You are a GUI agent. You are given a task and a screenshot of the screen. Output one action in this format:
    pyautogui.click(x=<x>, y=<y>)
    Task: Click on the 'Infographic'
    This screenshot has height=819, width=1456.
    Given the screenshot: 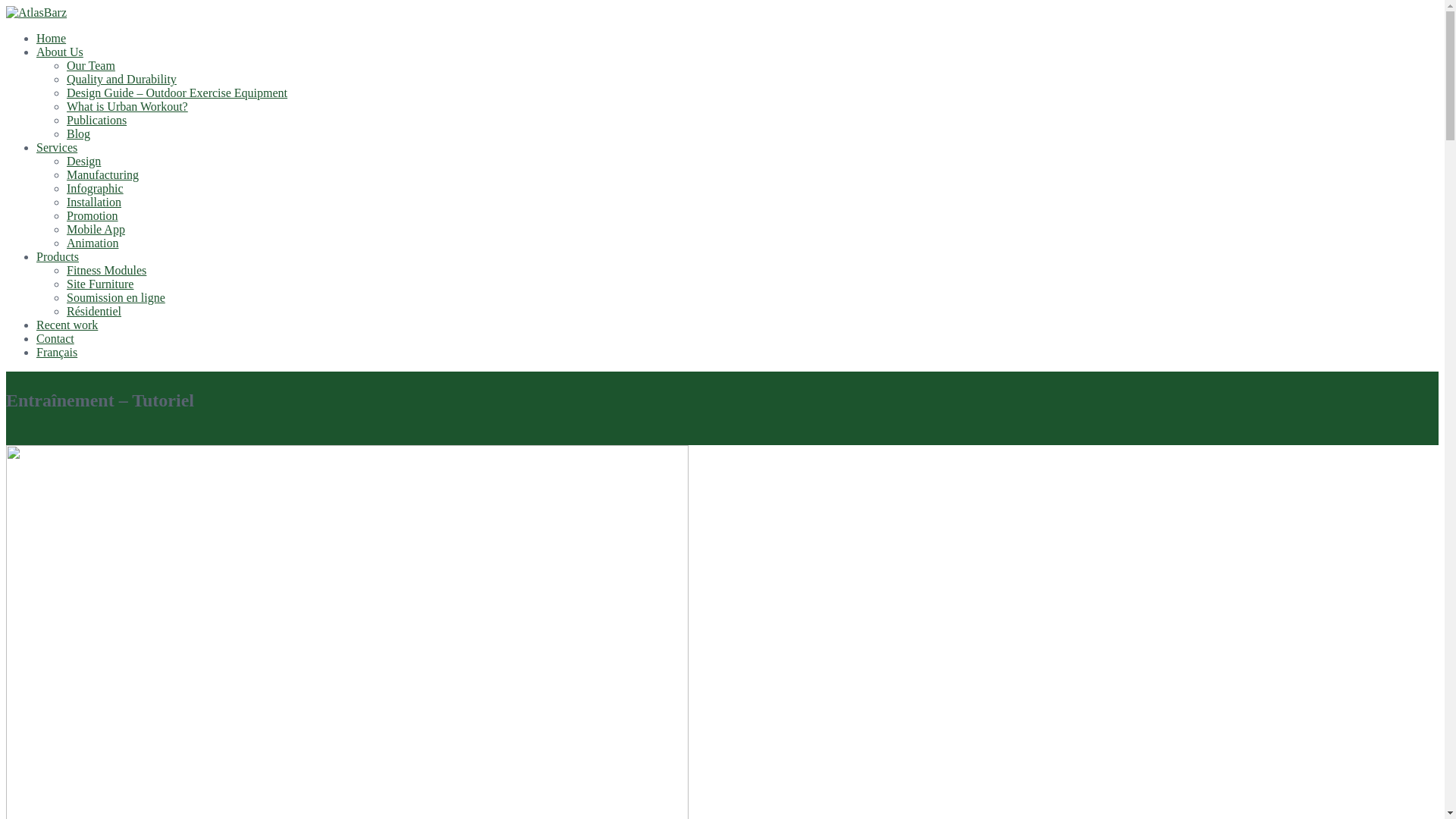 What is the action you would take?
    pyautogui.click(x=94, y=187)
    